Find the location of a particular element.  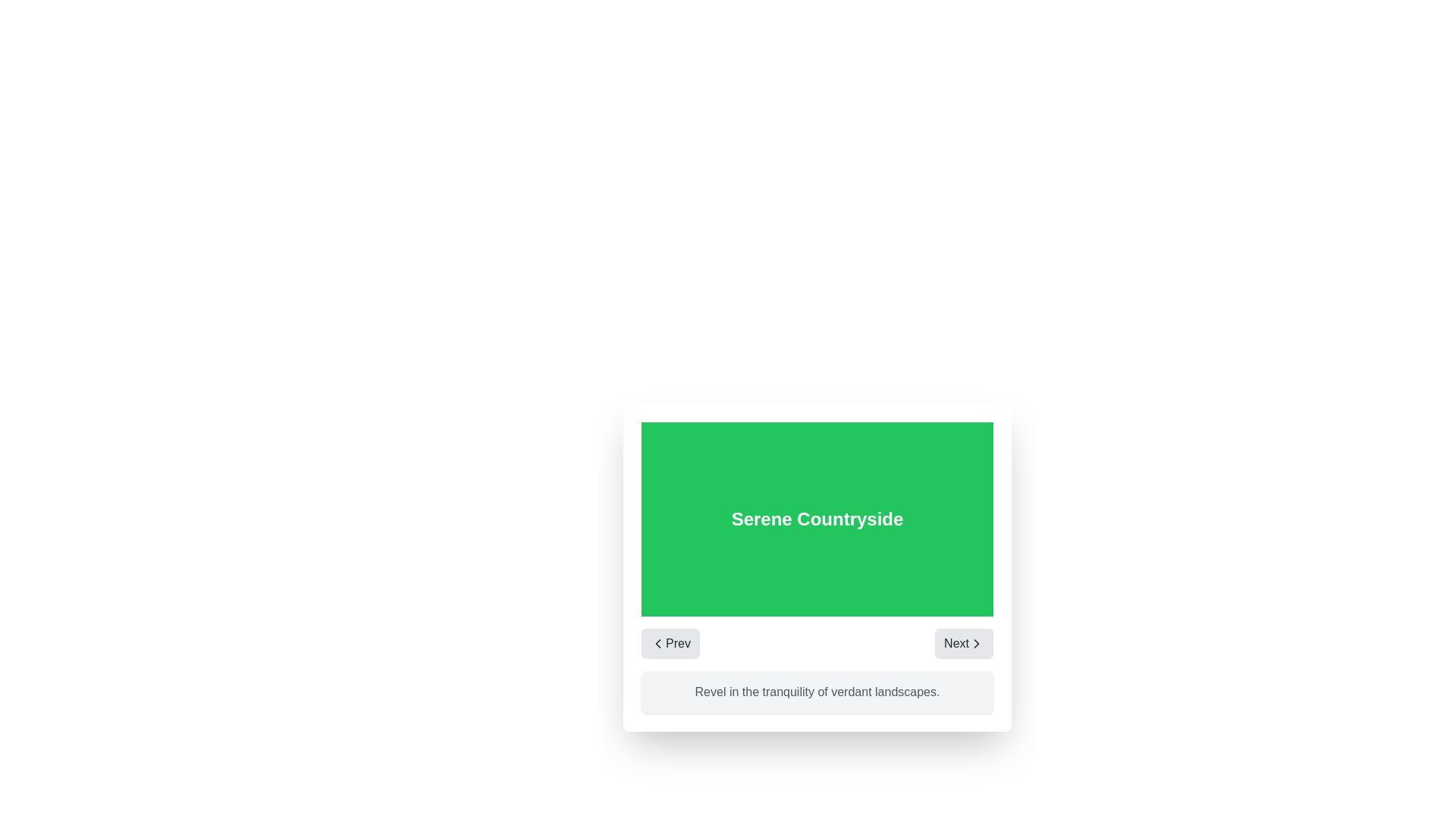

the left-pointing chevron icon inside the 'Prev' button located in the bottom-left corner of the content card is located at coordinates (658, 643).